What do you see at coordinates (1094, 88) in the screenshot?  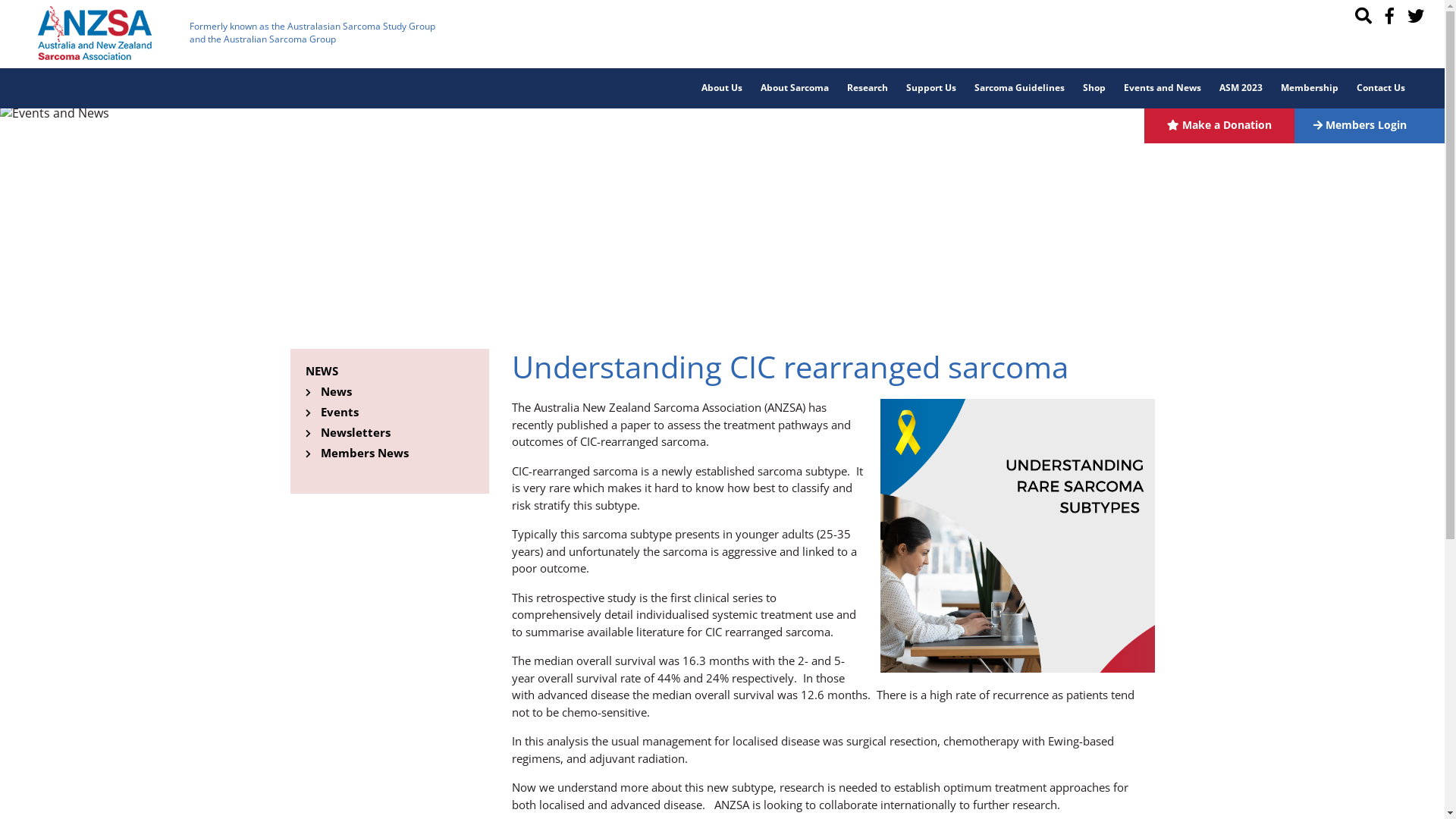 I see `'Shop'` at bounding box center [1094, 88].